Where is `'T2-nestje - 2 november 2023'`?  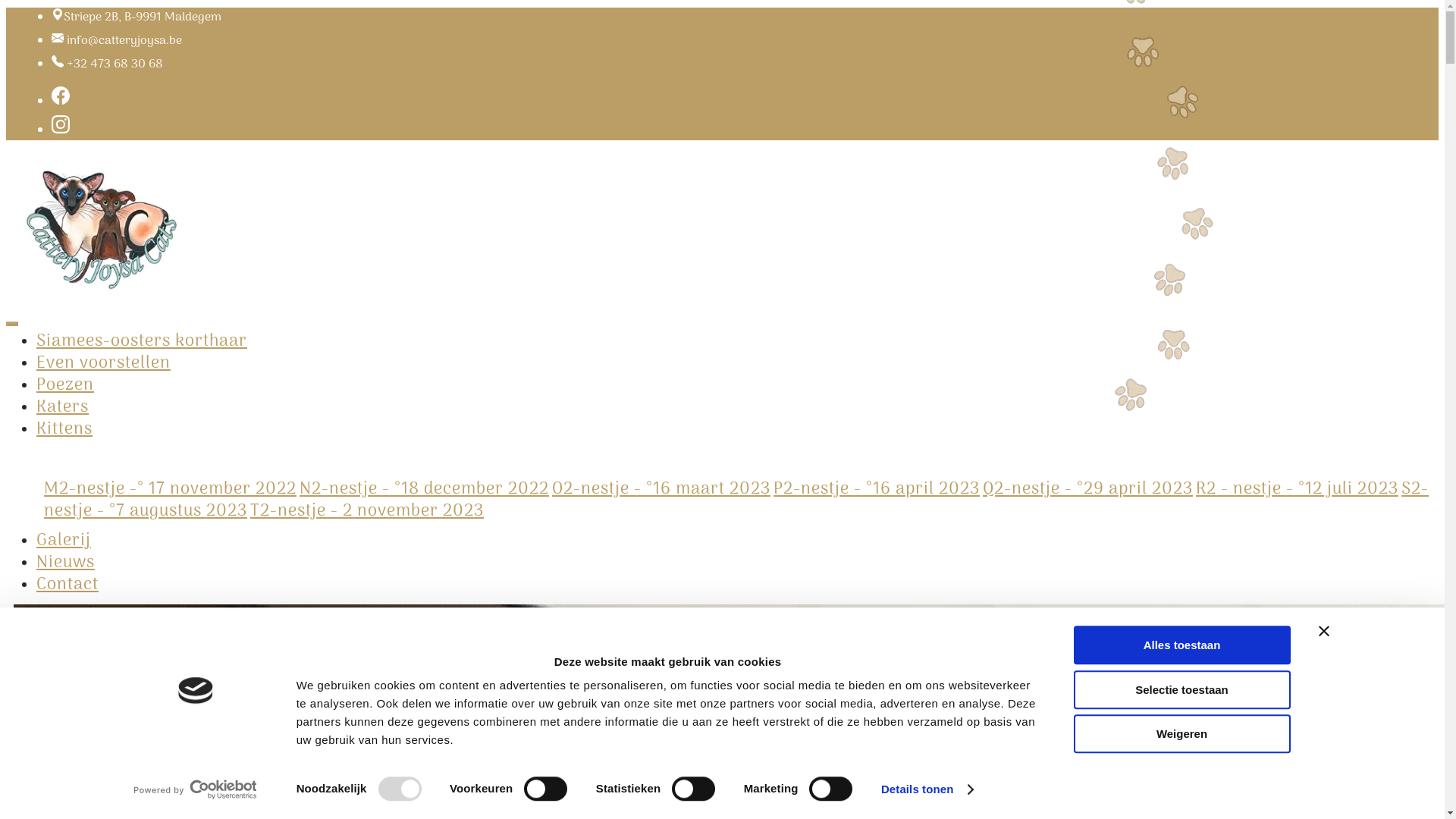 'T2-nestje - 2 november 2023' is located at coordinates (367, 511).